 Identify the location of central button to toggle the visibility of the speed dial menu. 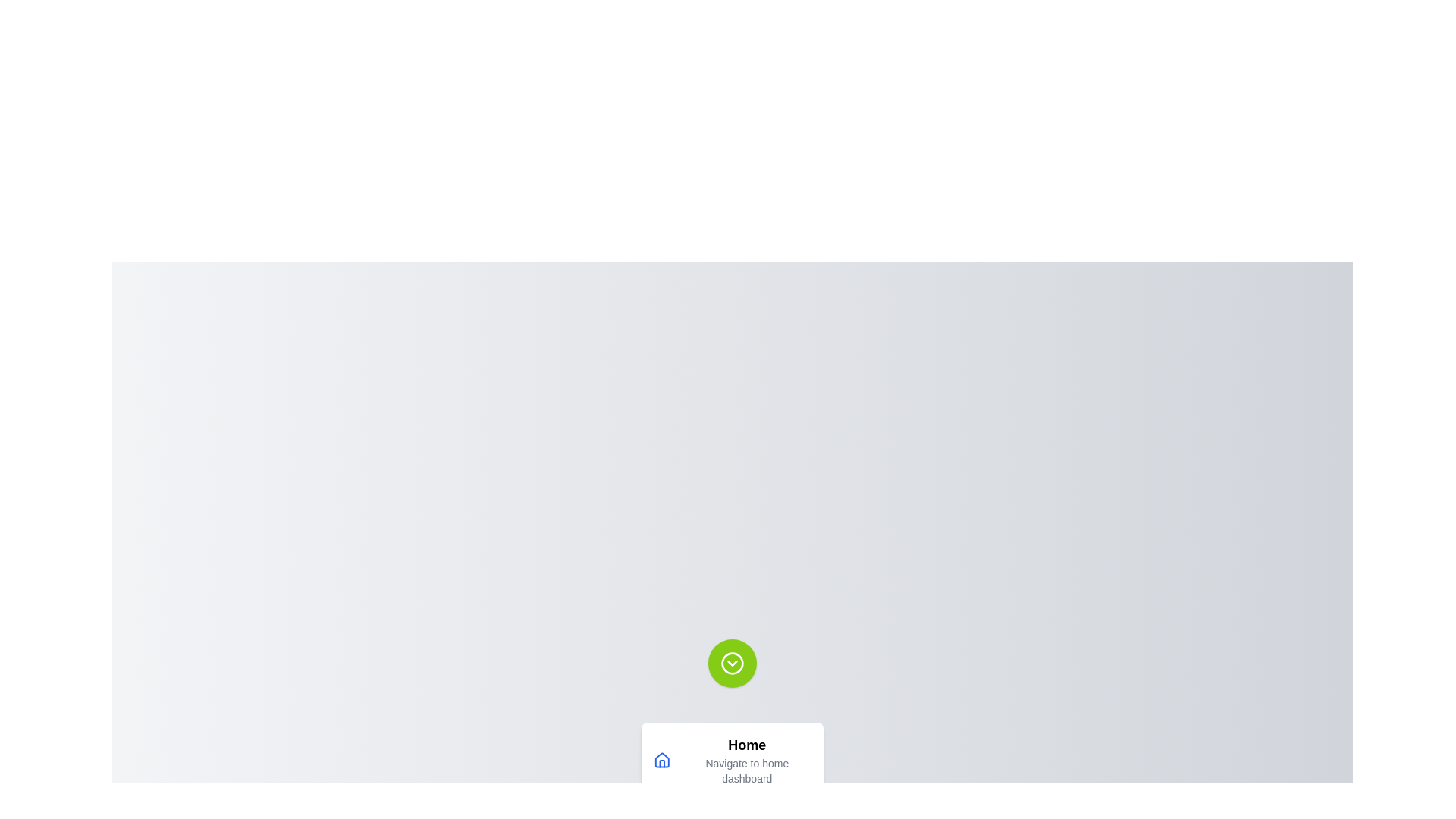
(732, 663).